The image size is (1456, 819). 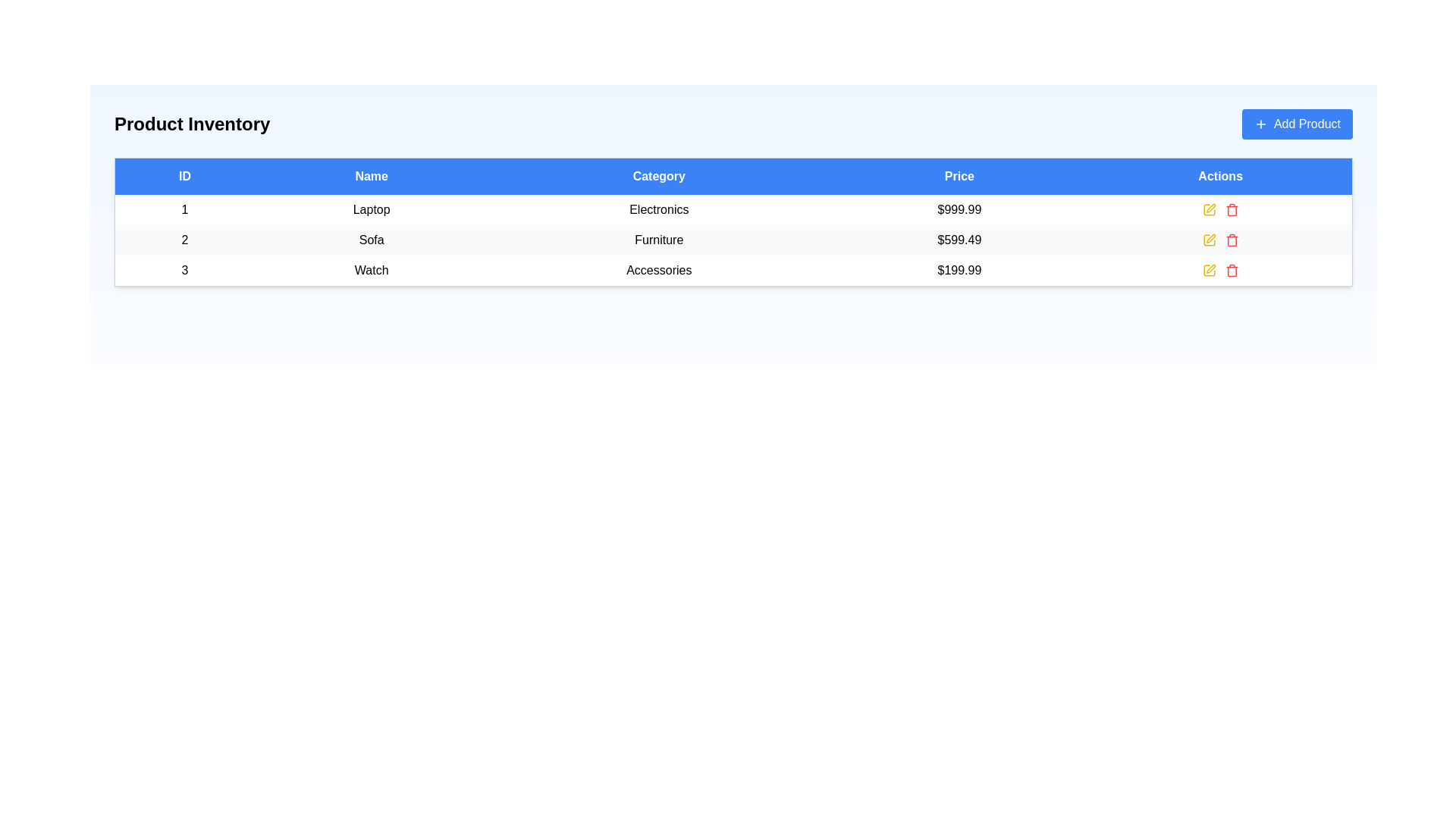 I want to click on the Edit icon button located in the Actions column of the second row in the product table, so click(x=1208, y=239).